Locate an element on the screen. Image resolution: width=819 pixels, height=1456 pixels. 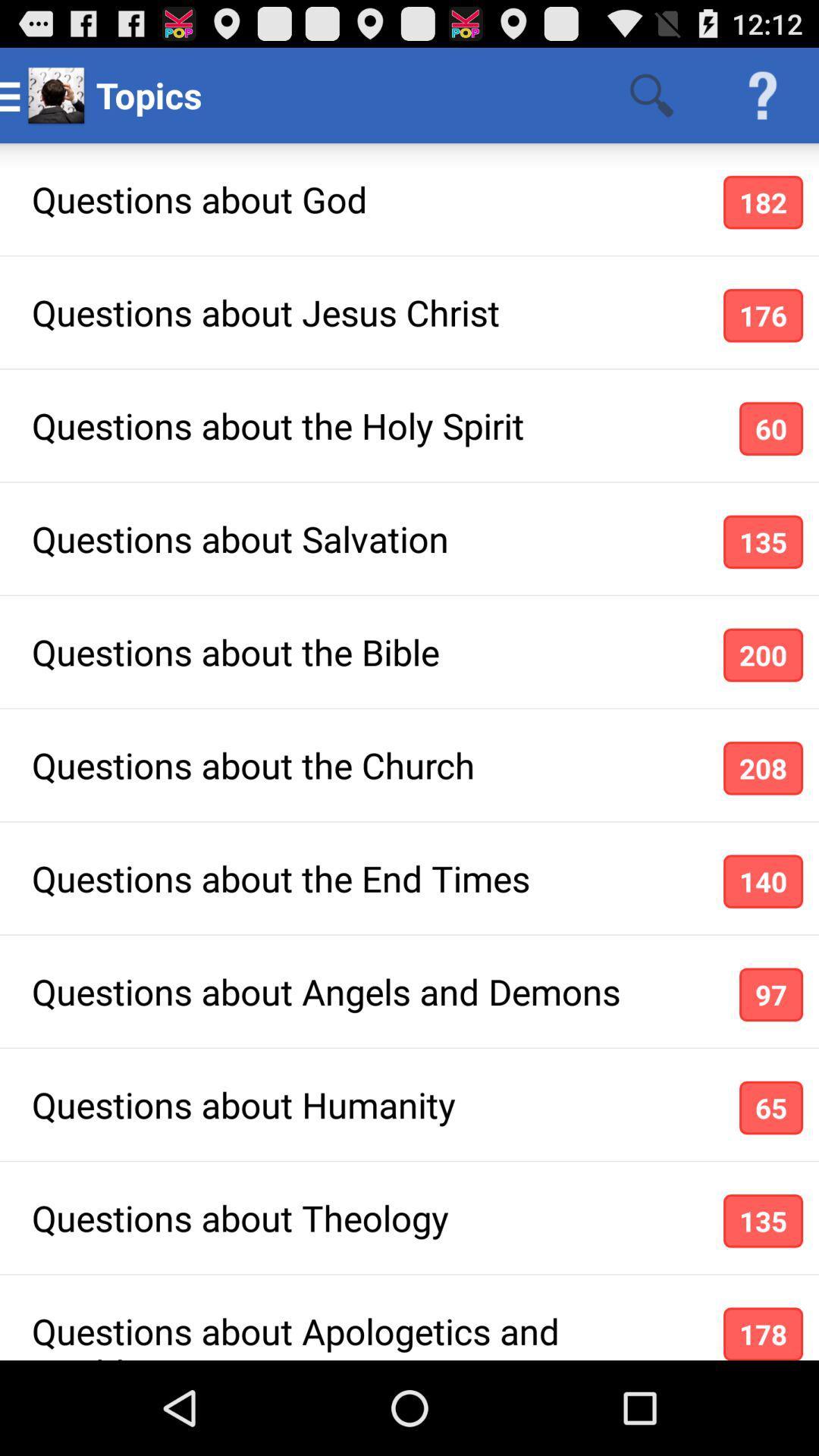
the icon to the right of the questions about angels item is located at coordinates (771, 994).